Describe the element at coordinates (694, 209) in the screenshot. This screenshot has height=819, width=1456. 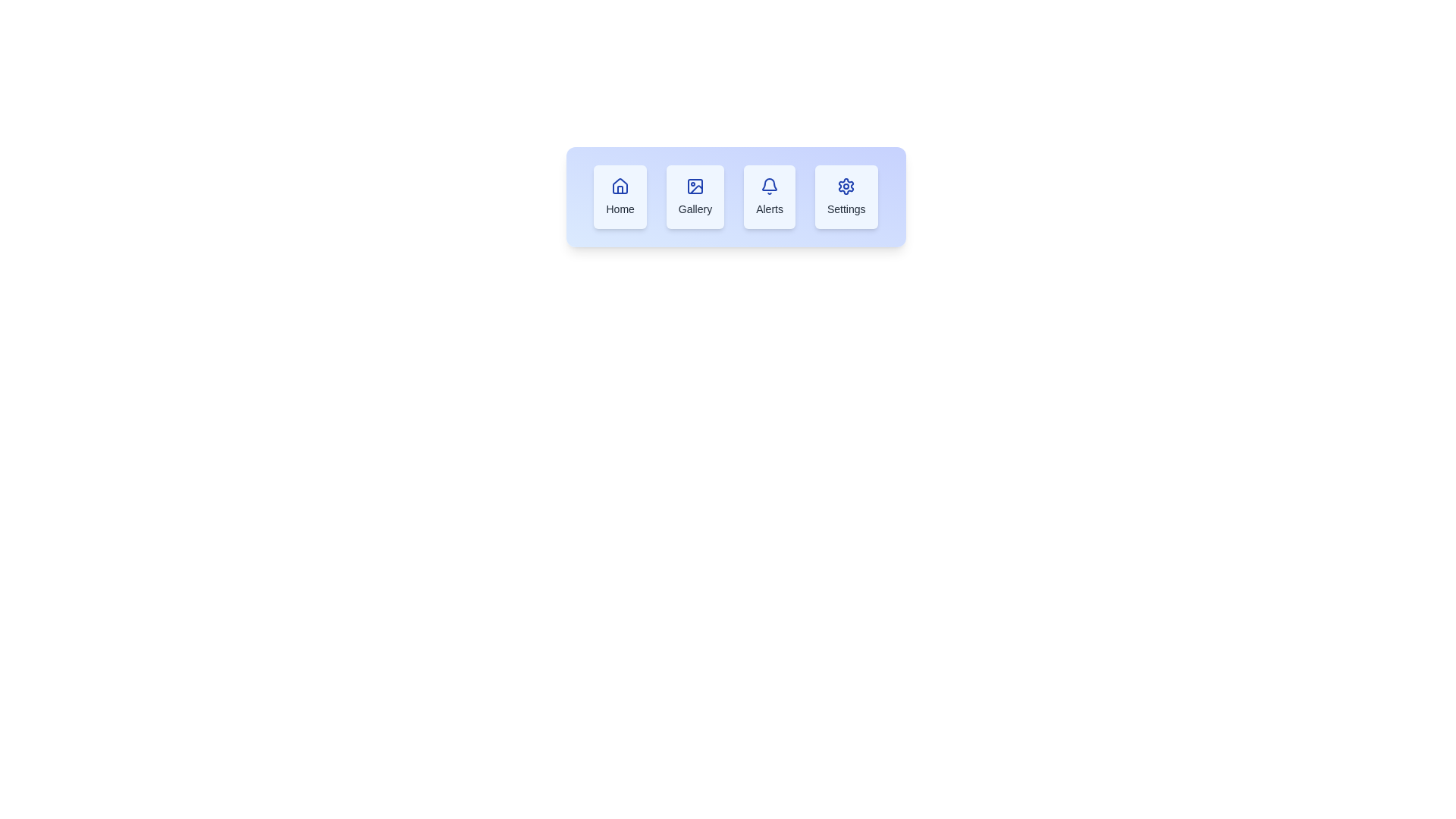
I see `the label that identifies the icon, which is located below the icon in a vertically aligned layout and is part of a row of similar elements including Home, Gallery, Alerts, and Settings` at that location.